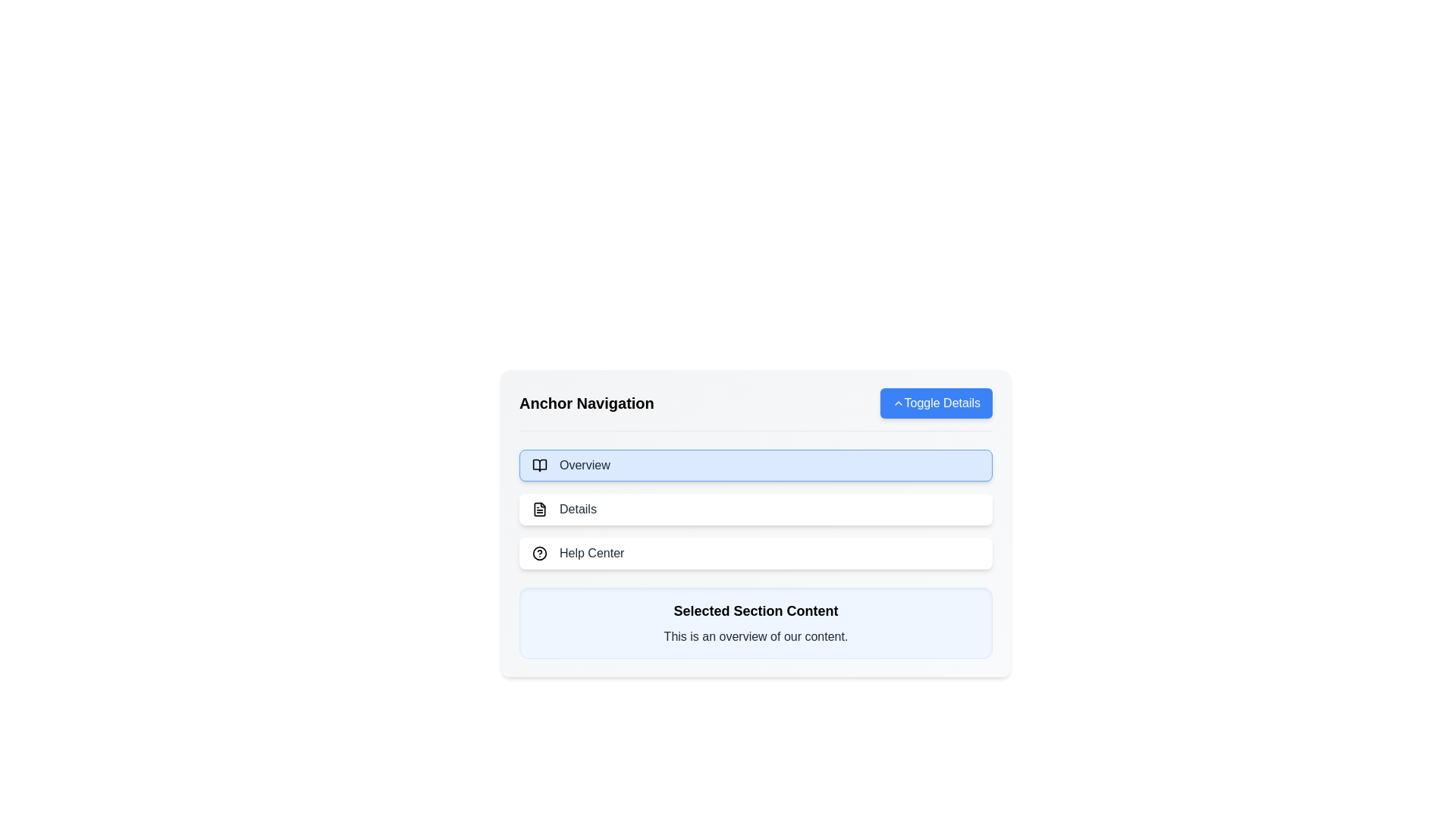 This screenshot has width=1456, height=819. Describe the element at coordinates (935, 403) in the screenshot. I see `the 'Toggle Details' button with a blue background and white text` at that location.